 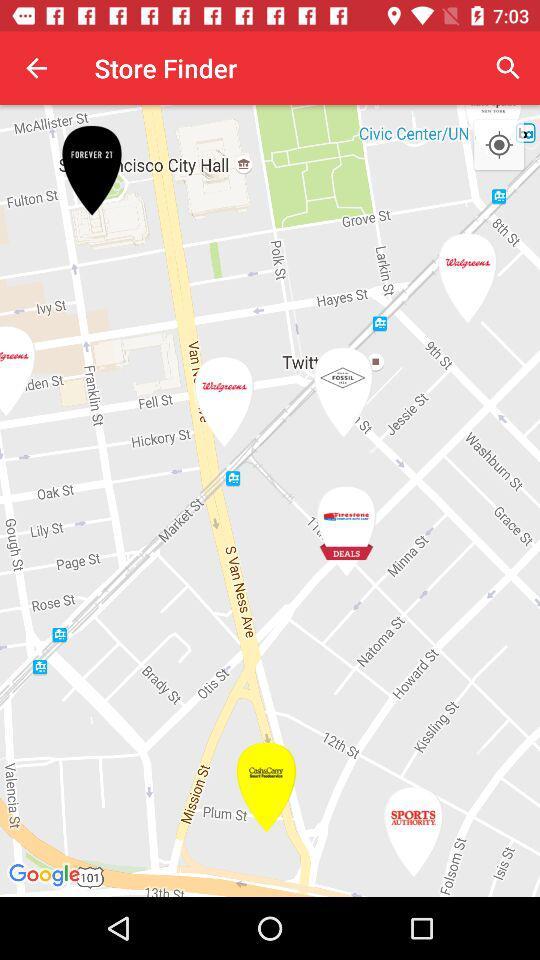 I want to click on app to the left of store finder app, so click(x=36, y=68).